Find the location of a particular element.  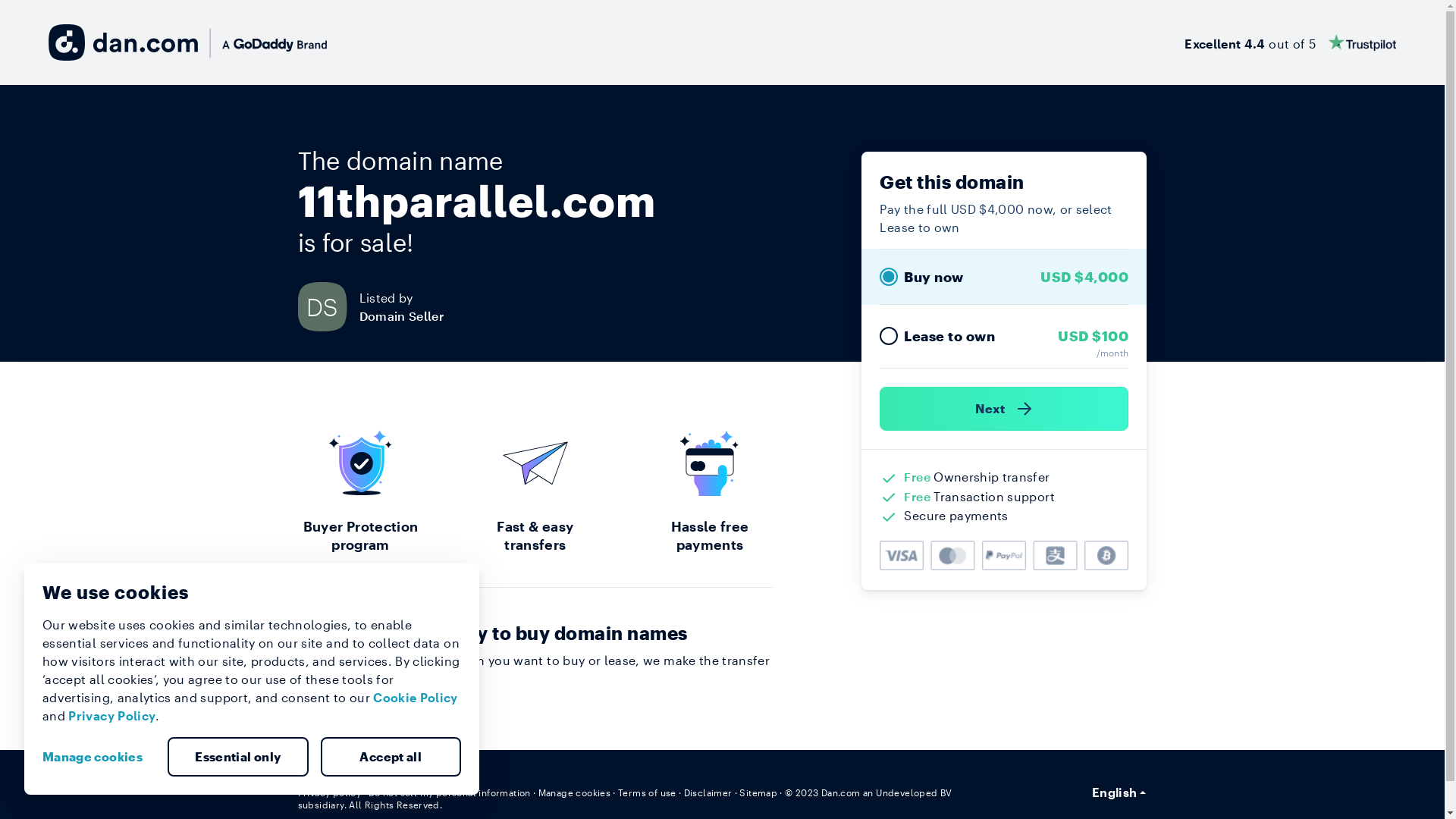

'Cookie Policy' is located at coordinates (415, 697).